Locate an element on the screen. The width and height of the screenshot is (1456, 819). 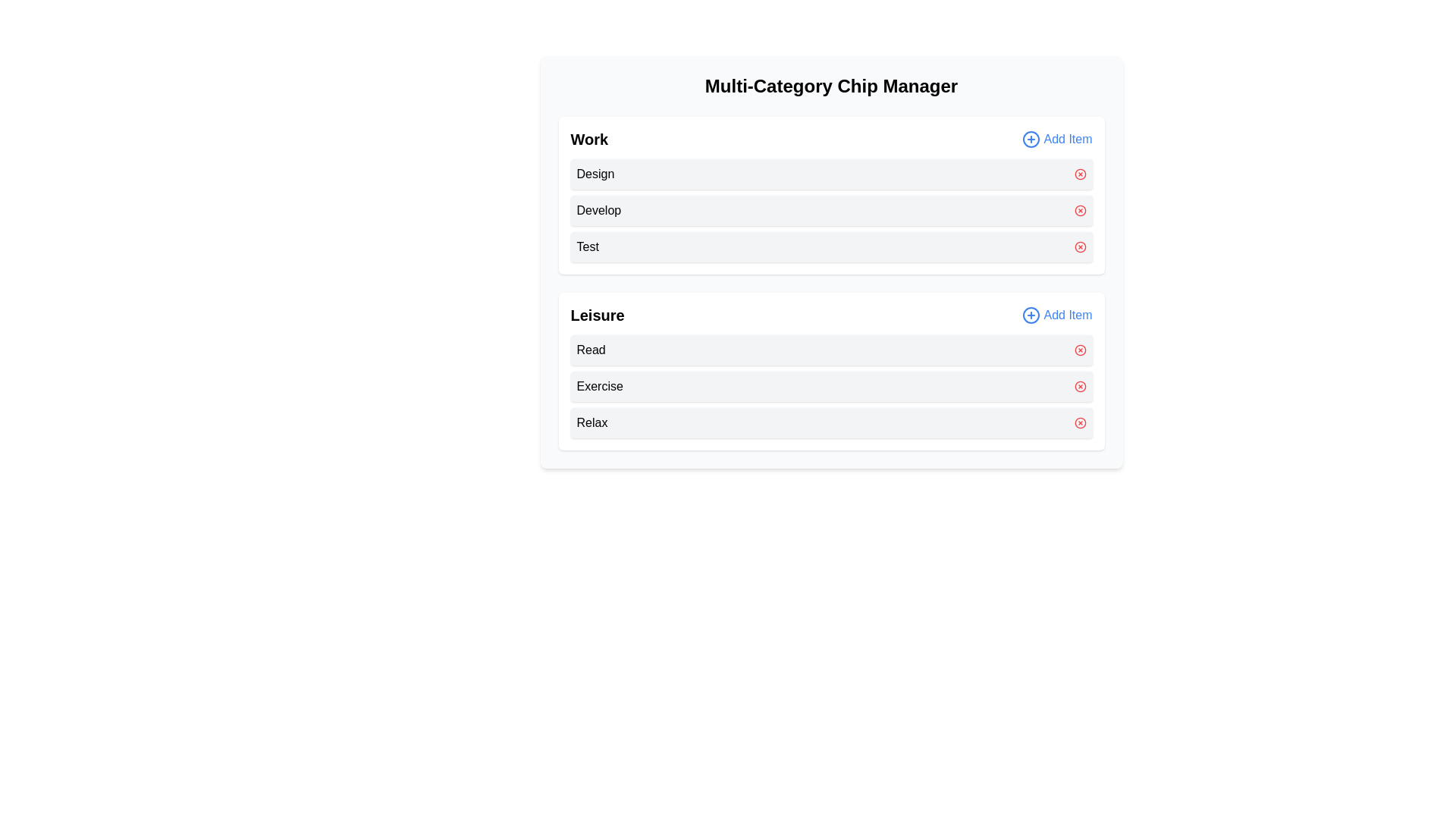
red 'X' button next to the item 'Develop' in the category 'Work' is located at coordinates (1079, 210).